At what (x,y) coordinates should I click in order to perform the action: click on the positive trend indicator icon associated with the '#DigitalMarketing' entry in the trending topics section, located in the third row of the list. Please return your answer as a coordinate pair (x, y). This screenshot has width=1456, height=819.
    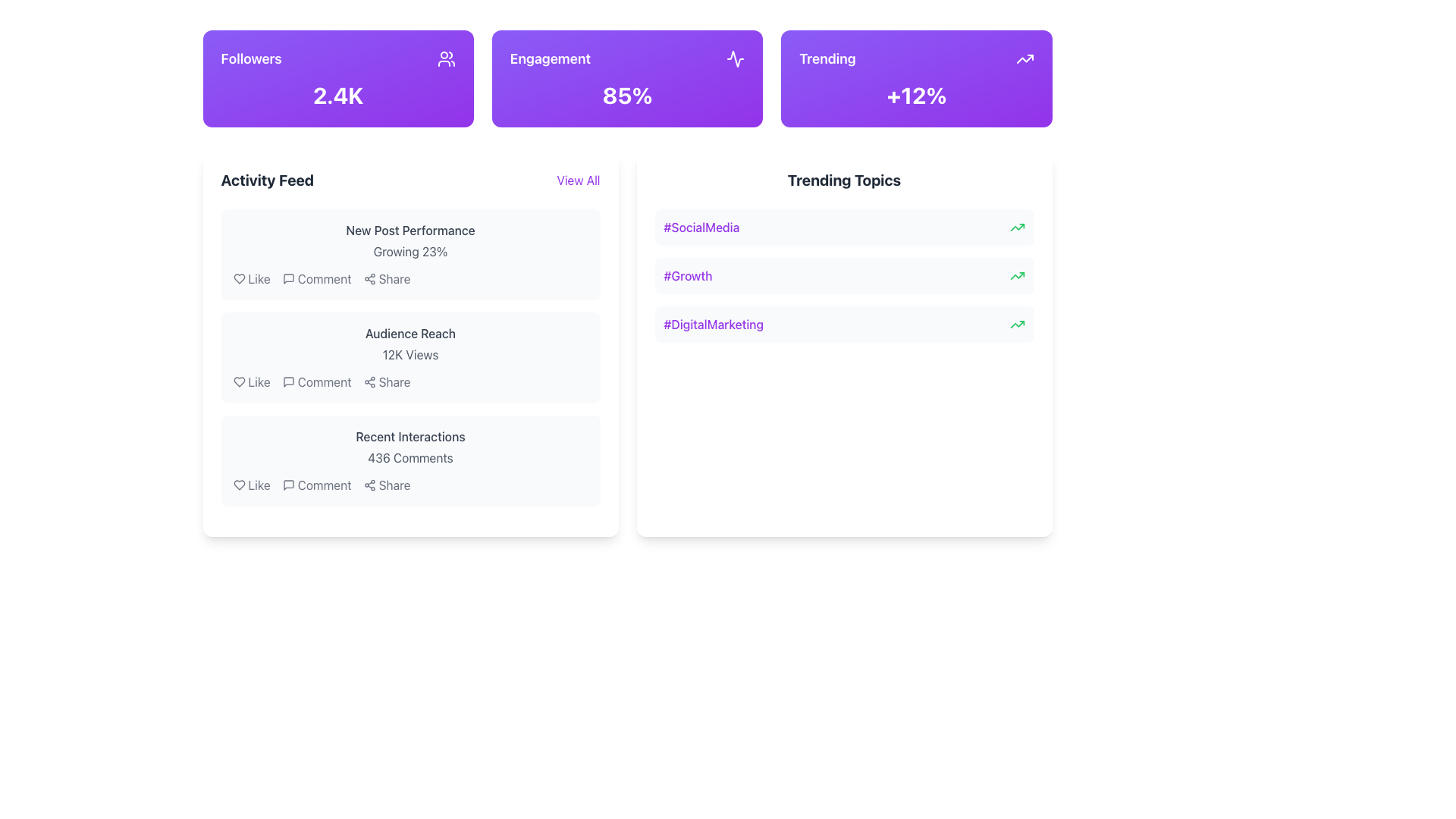
    Looking at the image, I should click on (1017, 324).